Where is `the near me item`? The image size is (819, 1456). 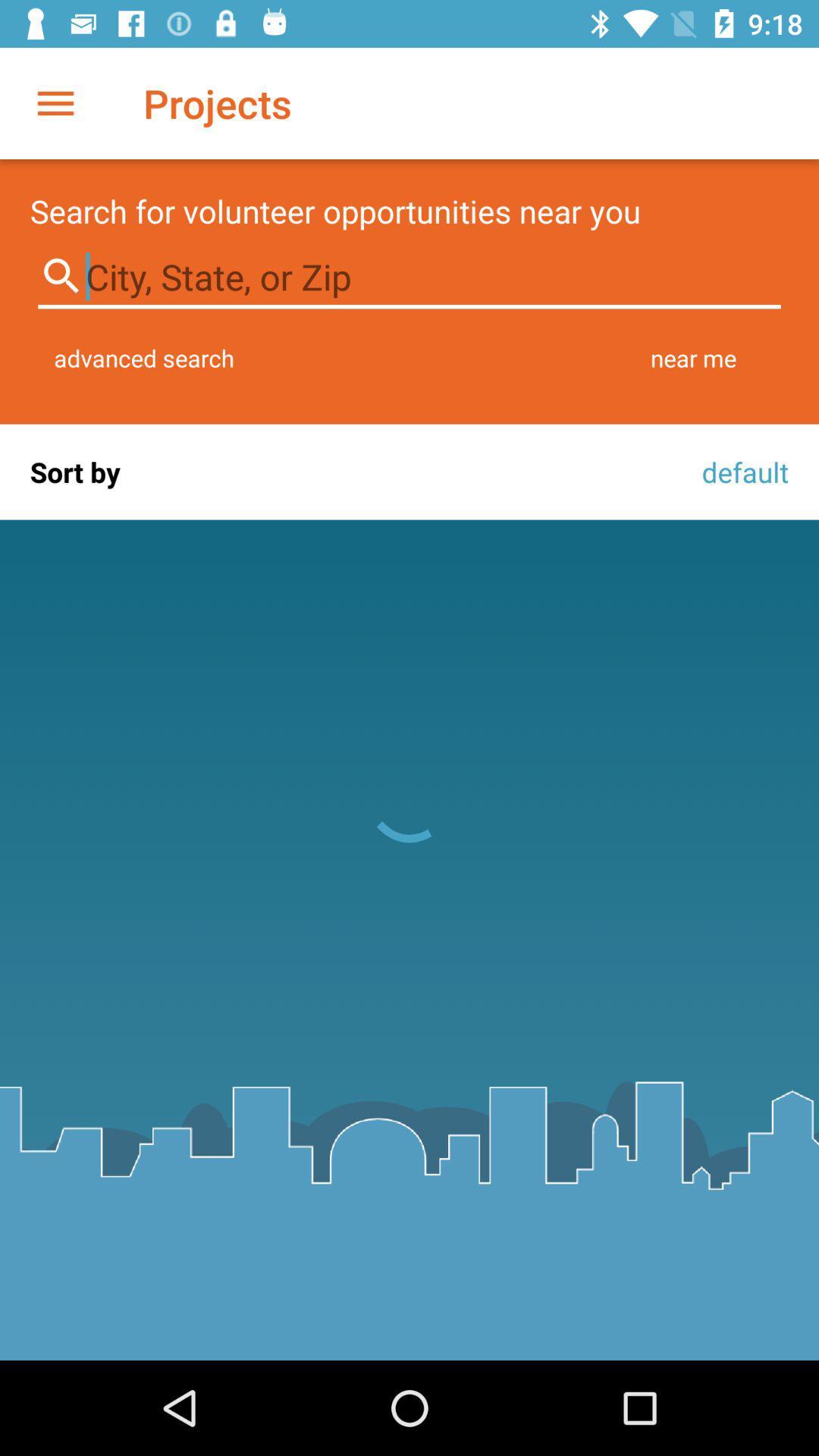 the near me item is located at coordinates (693, 357).